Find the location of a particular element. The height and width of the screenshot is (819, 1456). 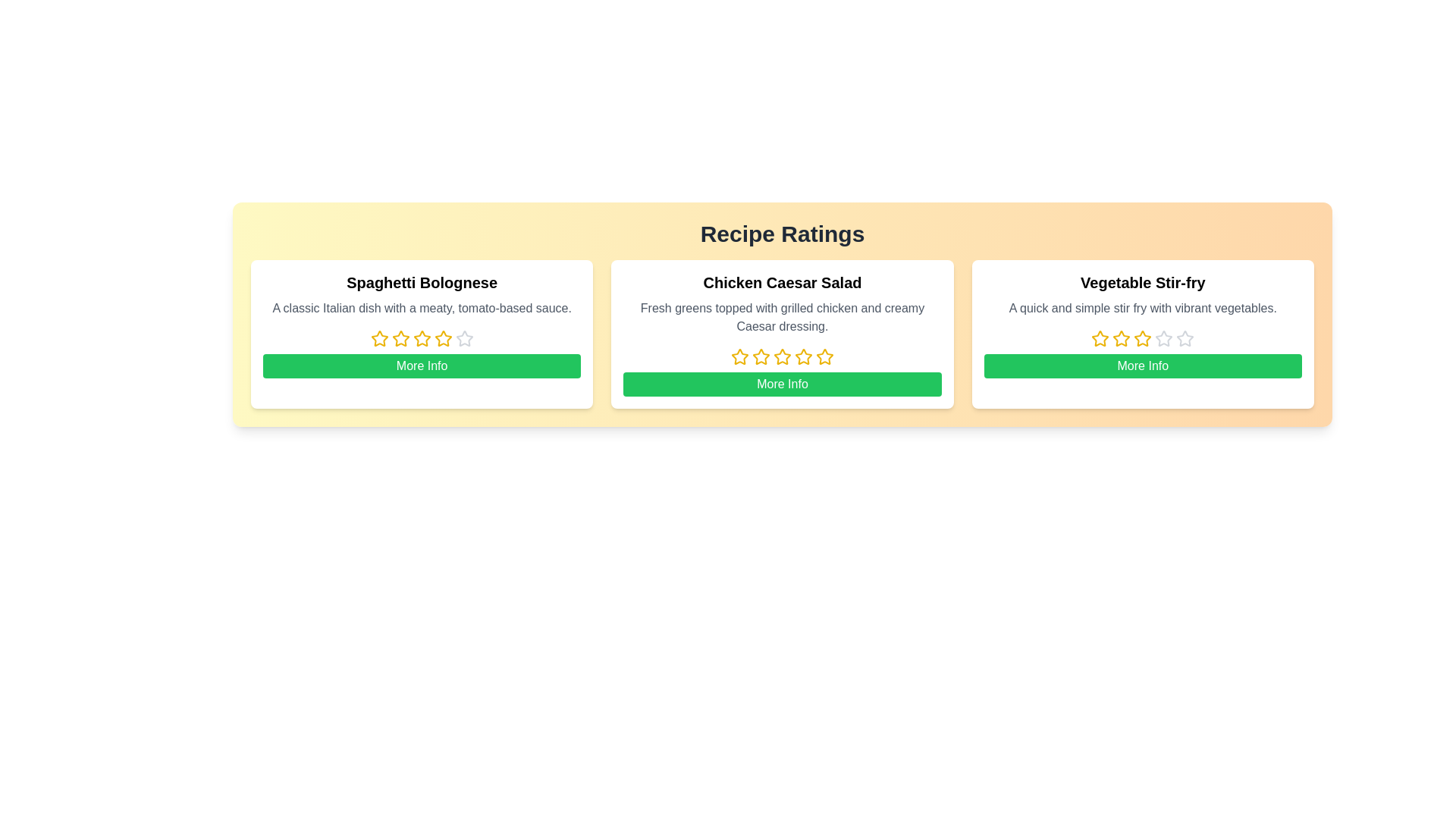

the 'More Info' button for the recipe identified by Vegetable Stir-fry is located at coordinates (1143, 366).